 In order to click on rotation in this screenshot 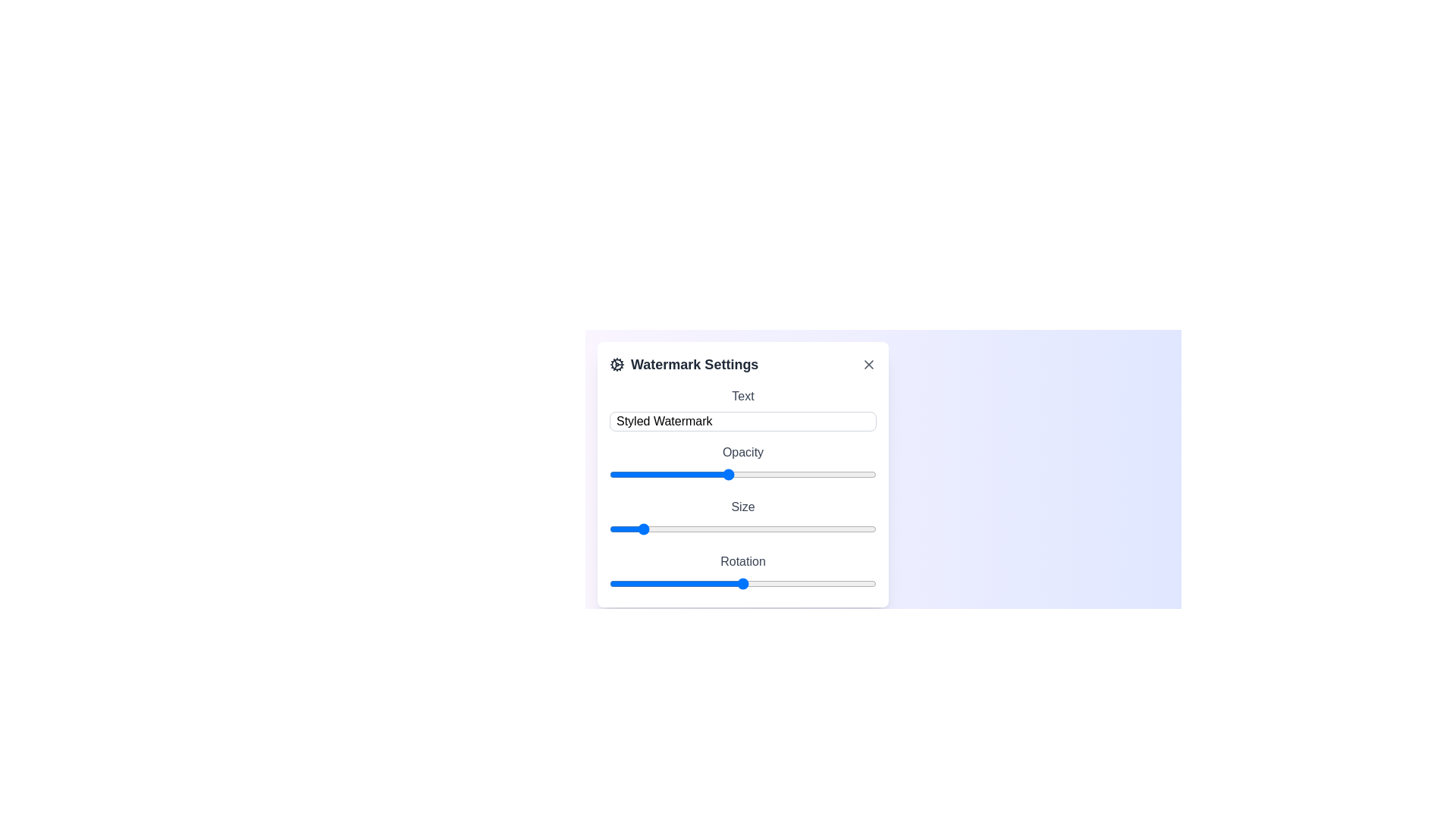, I will do `click(755, 583)`.